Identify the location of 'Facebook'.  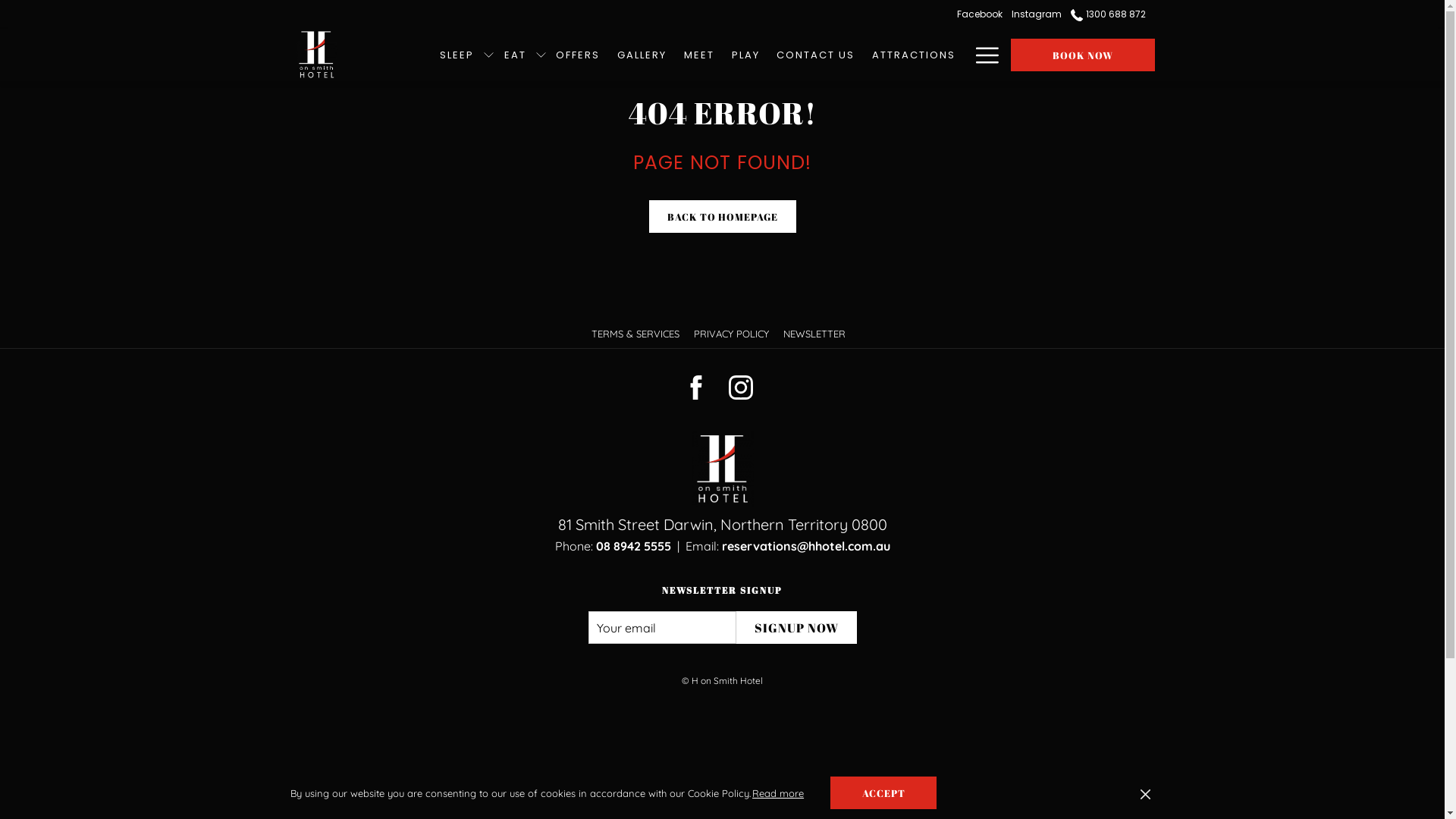
(986, 14).